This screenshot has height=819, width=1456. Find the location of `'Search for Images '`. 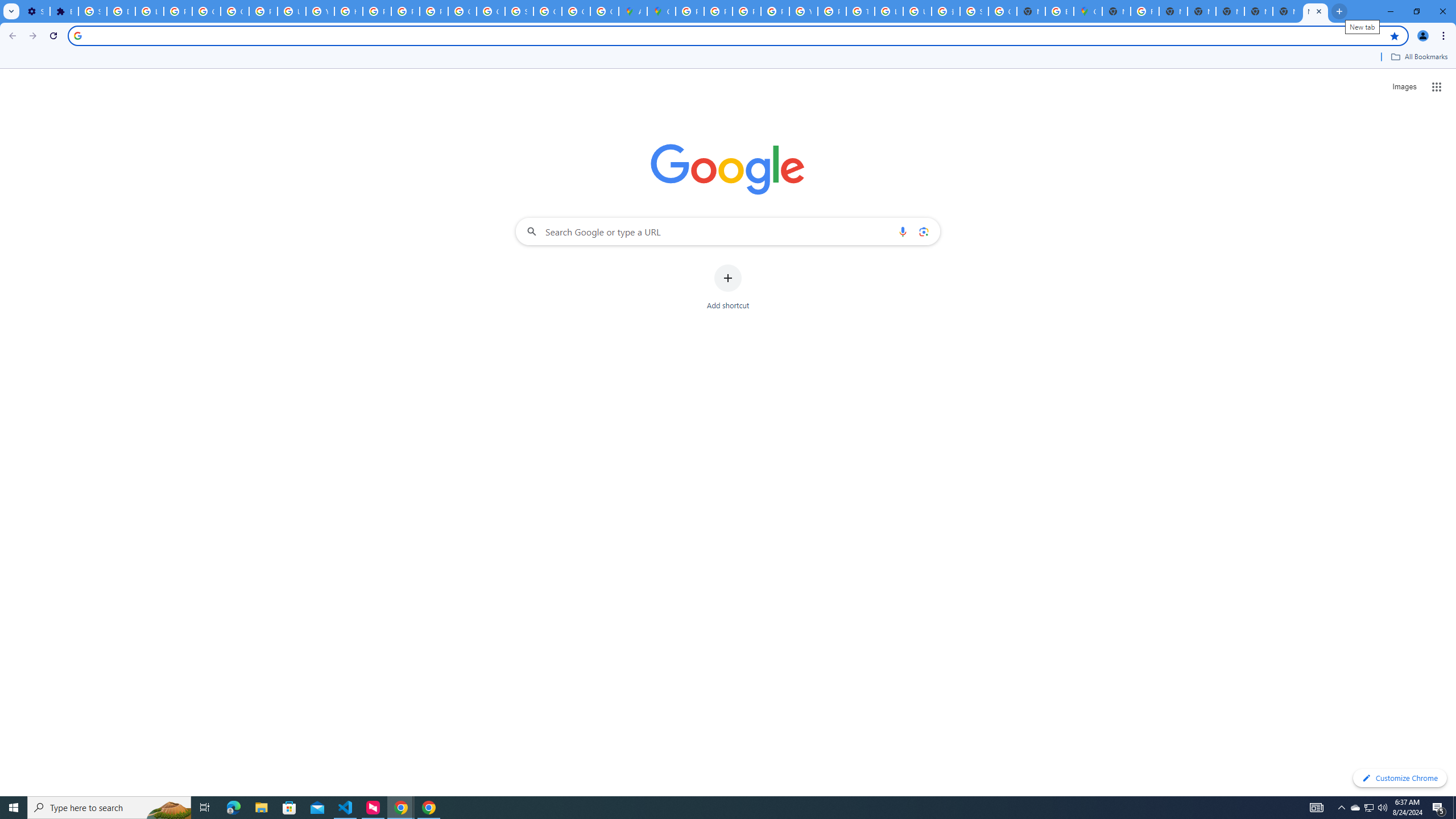

'Search for Images ' is located at coordinates (1404, 87).